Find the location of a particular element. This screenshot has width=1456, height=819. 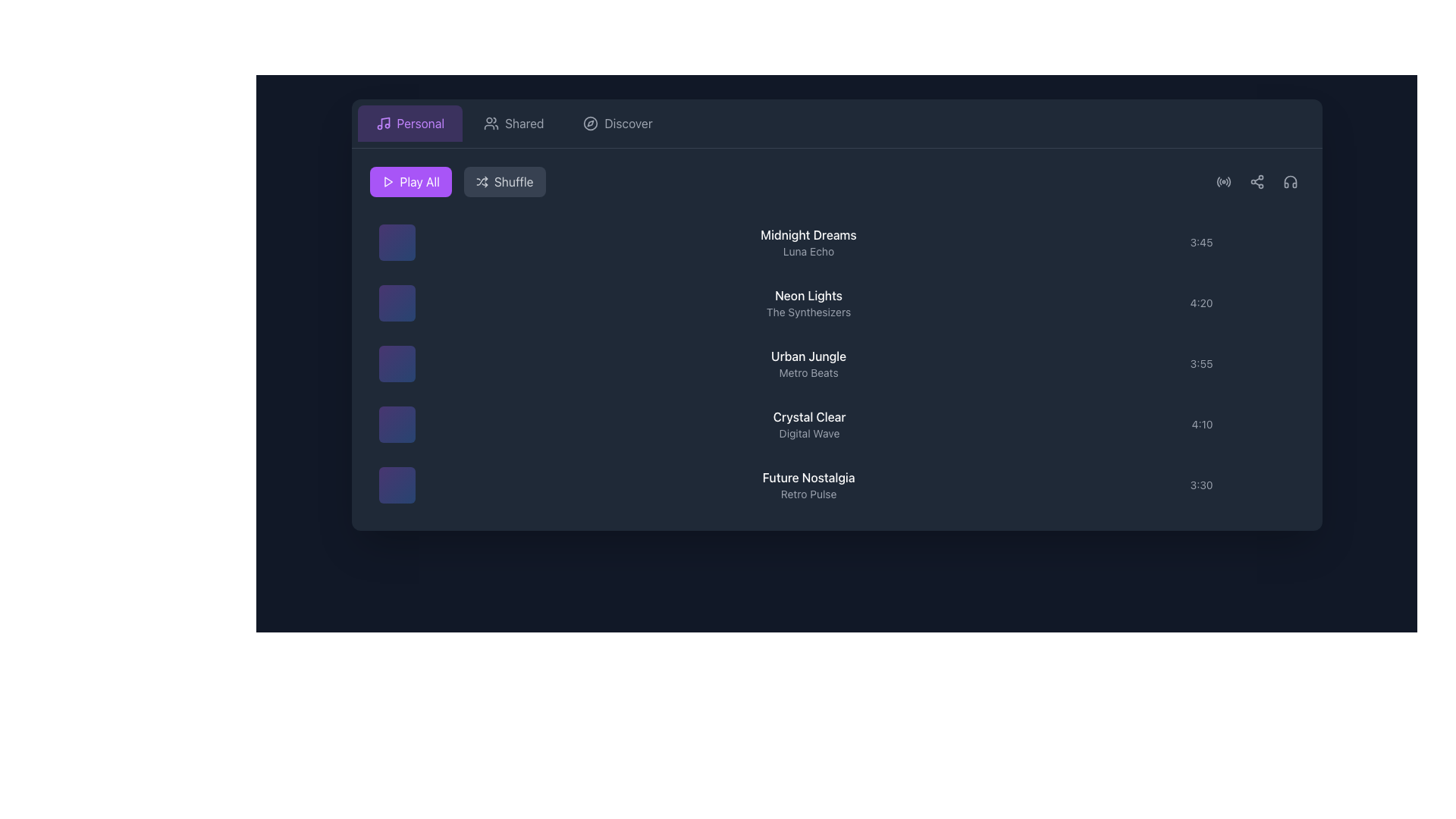

the text label displaying 'Future Nostalgia' which is styled with a white font on a dark background, located in the bottom section of the main content area is located at coordinates (808, 476).